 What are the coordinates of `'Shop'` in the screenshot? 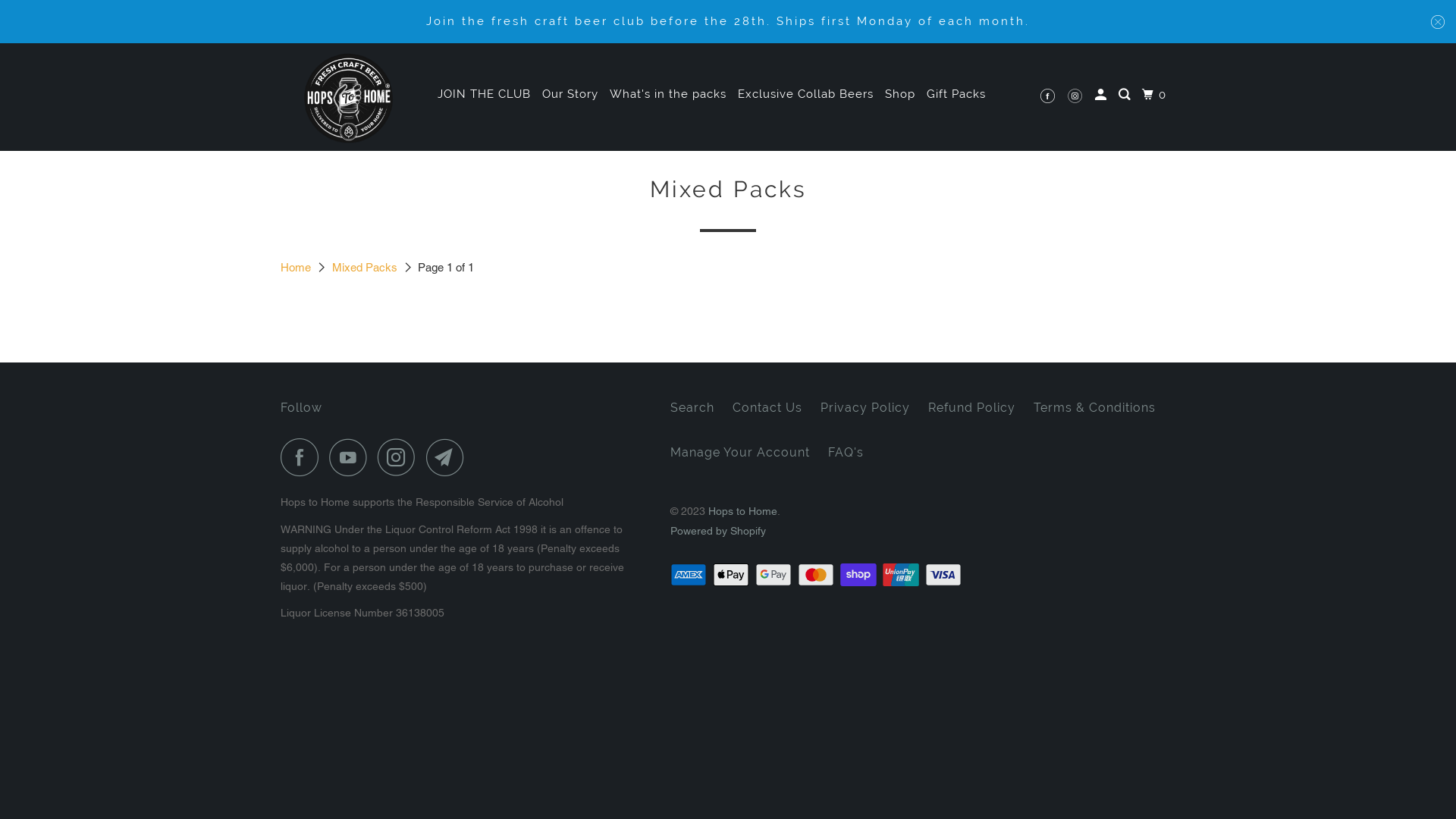 It's located at (899, 94).